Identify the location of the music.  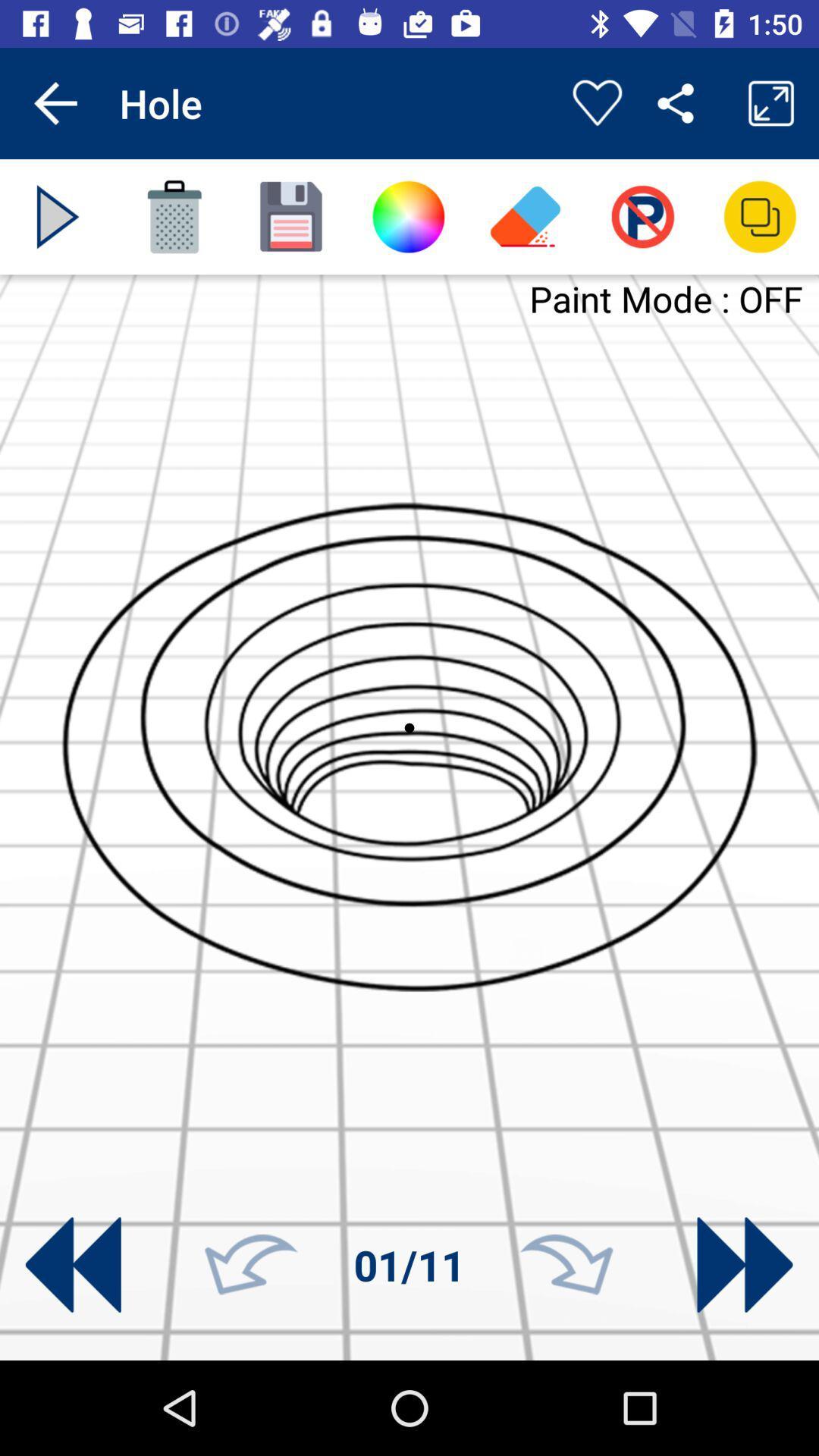
(57, 216).